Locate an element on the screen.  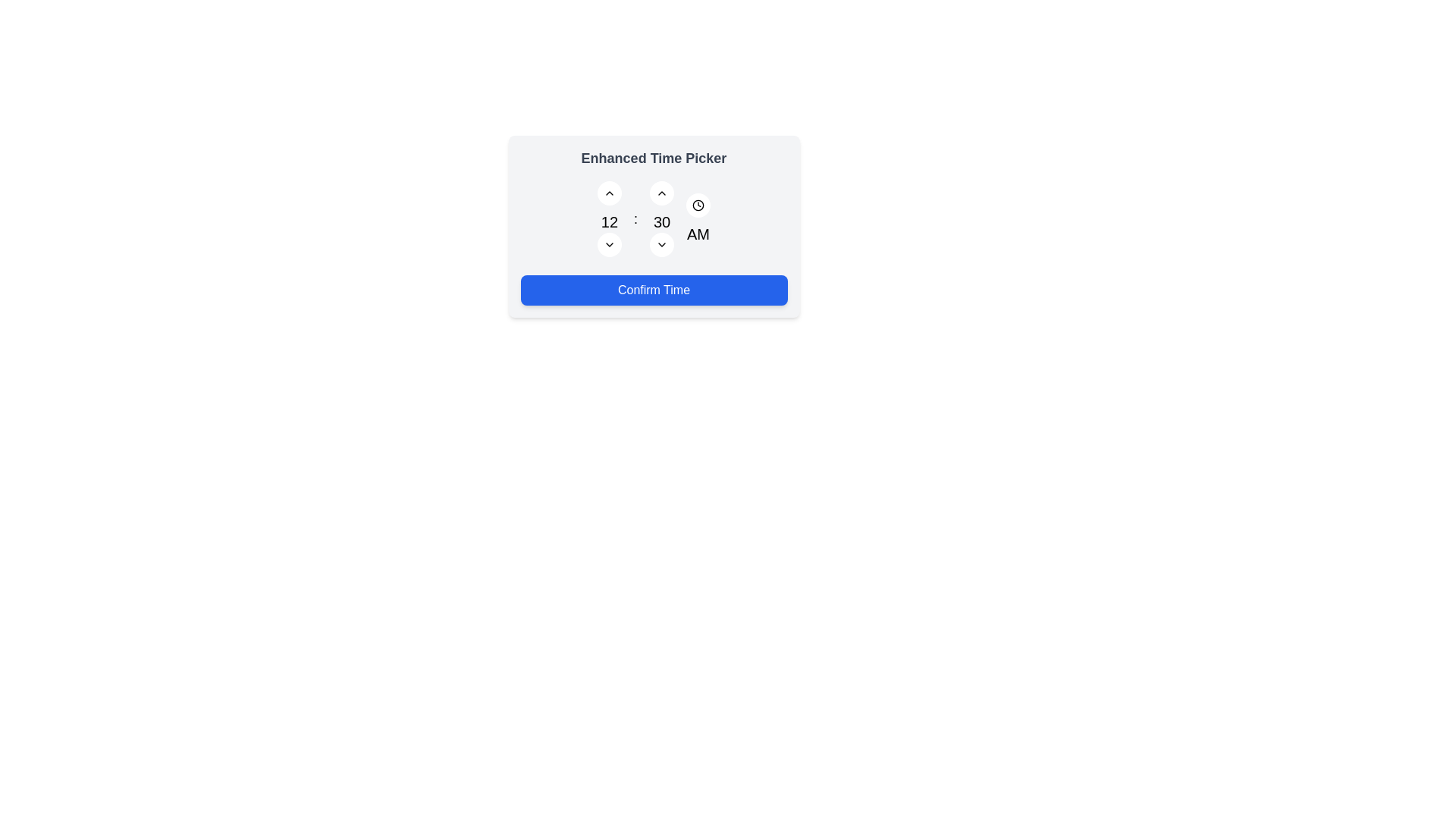
the upward arrow button located at the top center of the time picker interface to increment the hour value by one unit is located at coordinates (609, 192).